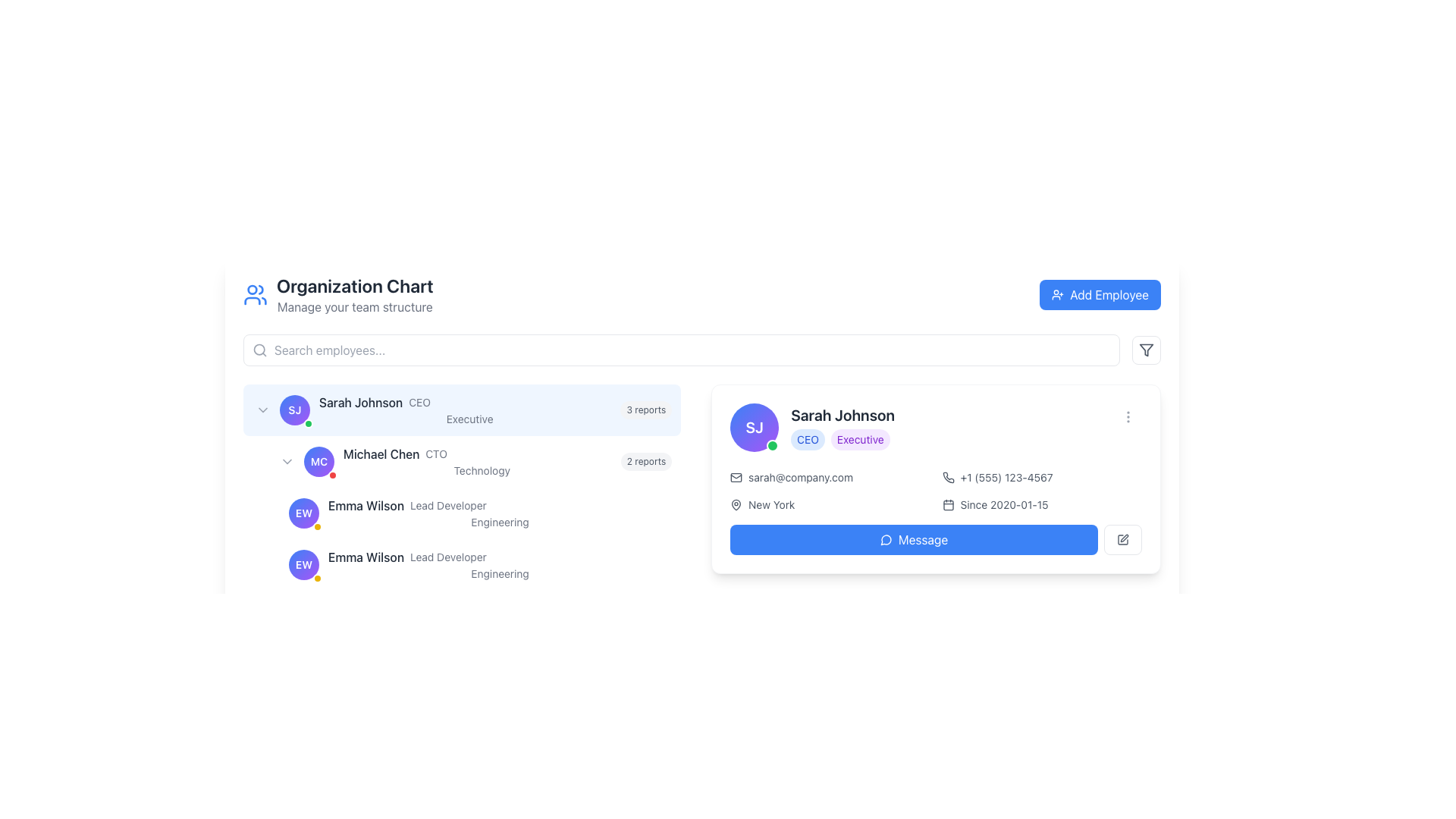  What do you see at coordinates (1123, 539) in the screenshot?
I see `the square button with a pen icon located in the bottom right corner of Sarah Johnson's profile` at bounding box center [1123, 539].